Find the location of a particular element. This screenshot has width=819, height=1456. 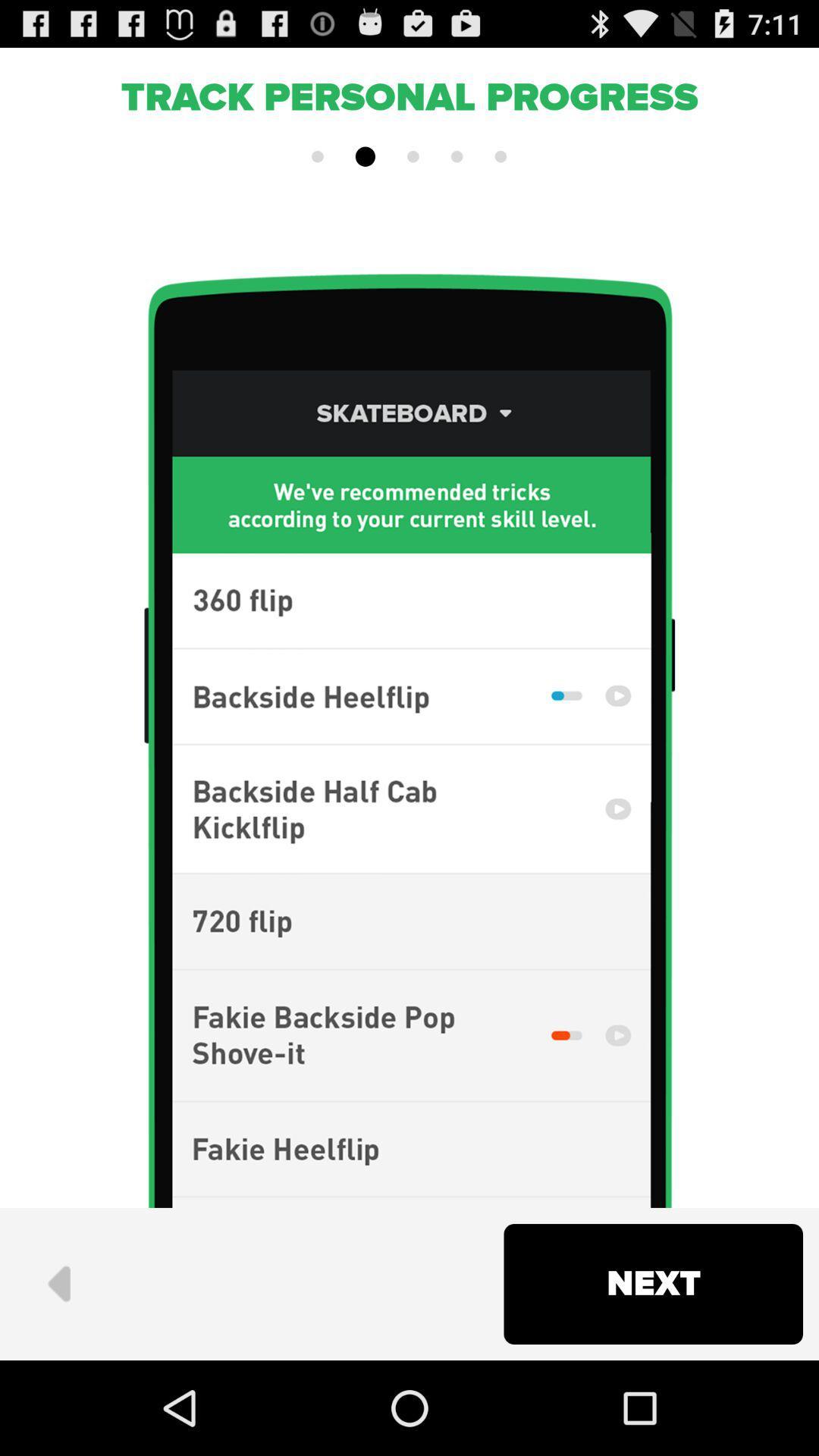

the arrow_backward icon is located at coordinates (58, 1374).